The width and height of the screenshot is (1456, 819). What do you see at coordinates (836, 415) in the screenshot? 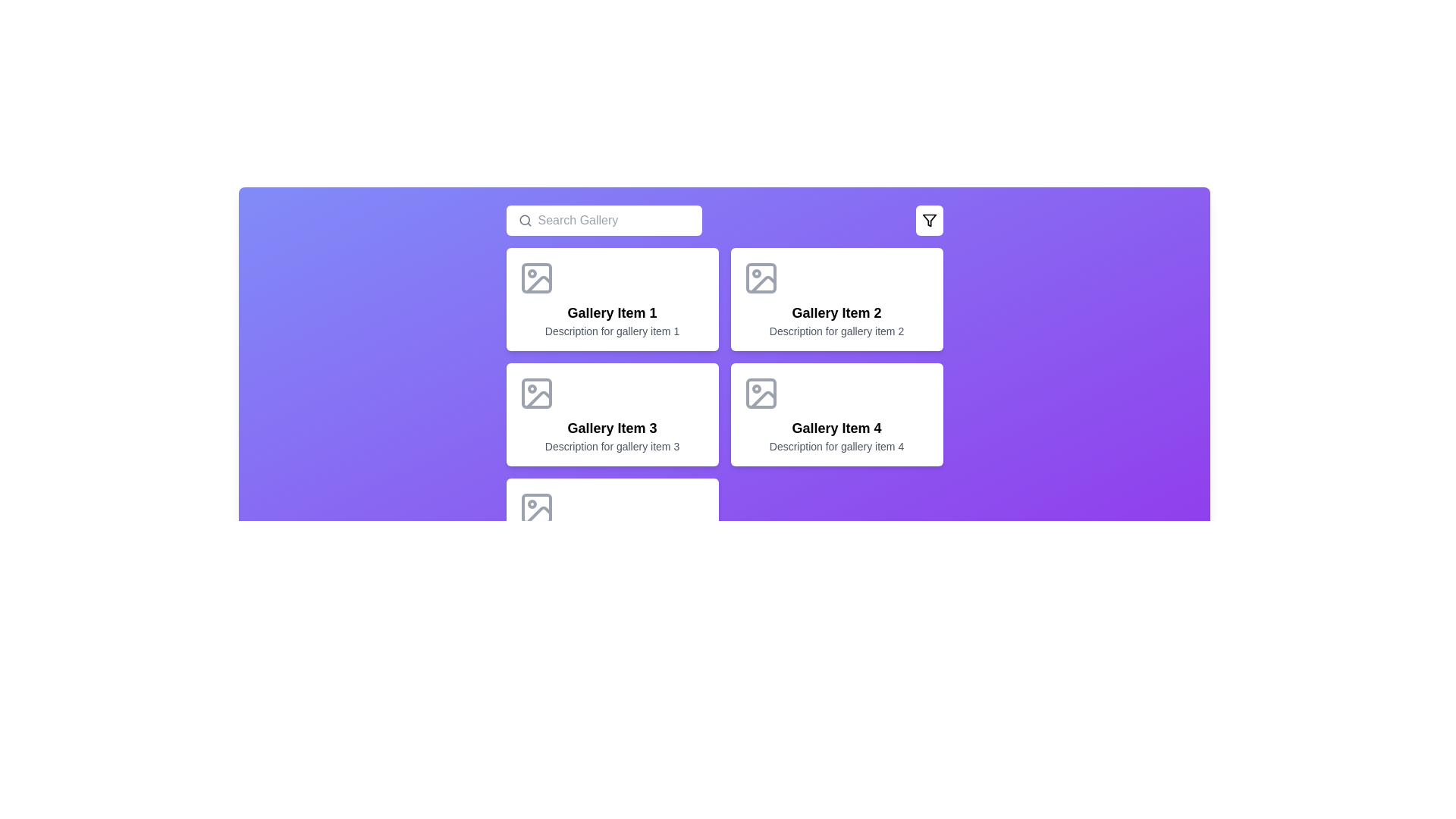
I see `the Card component featuring the title 'Gallery Item 4' and a description 'Description for gallery item 4', which is located in the second column of the second row of the gallery layout` at bounding box center [836, 415].